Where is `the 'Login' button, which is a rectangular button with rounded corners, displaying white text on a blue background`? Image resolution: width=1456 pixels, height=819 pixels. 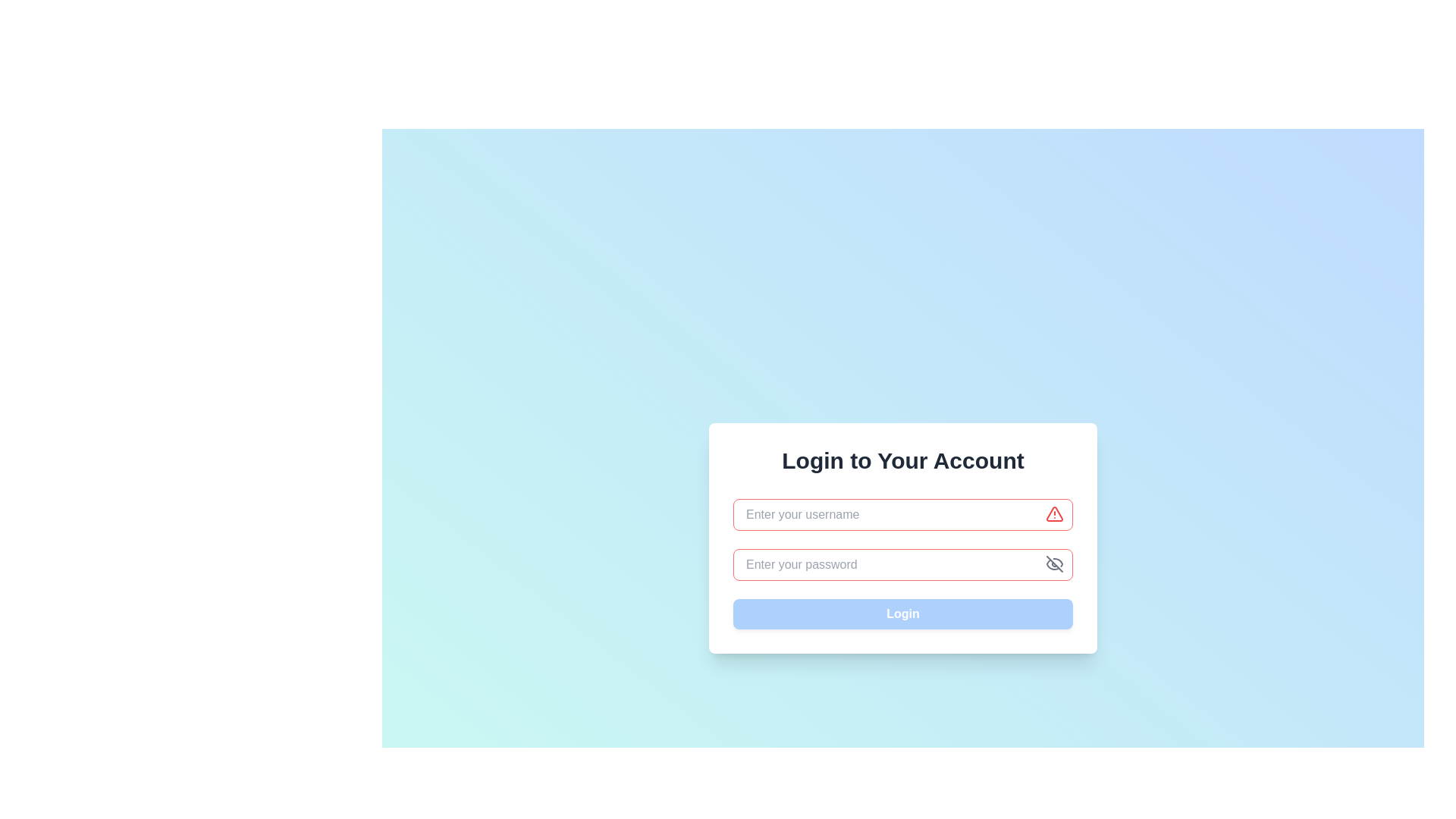 the 'Login' button, which is a rectangular button with rounded corners, displaying white text on a blue background is located at coordinates (902, 614).